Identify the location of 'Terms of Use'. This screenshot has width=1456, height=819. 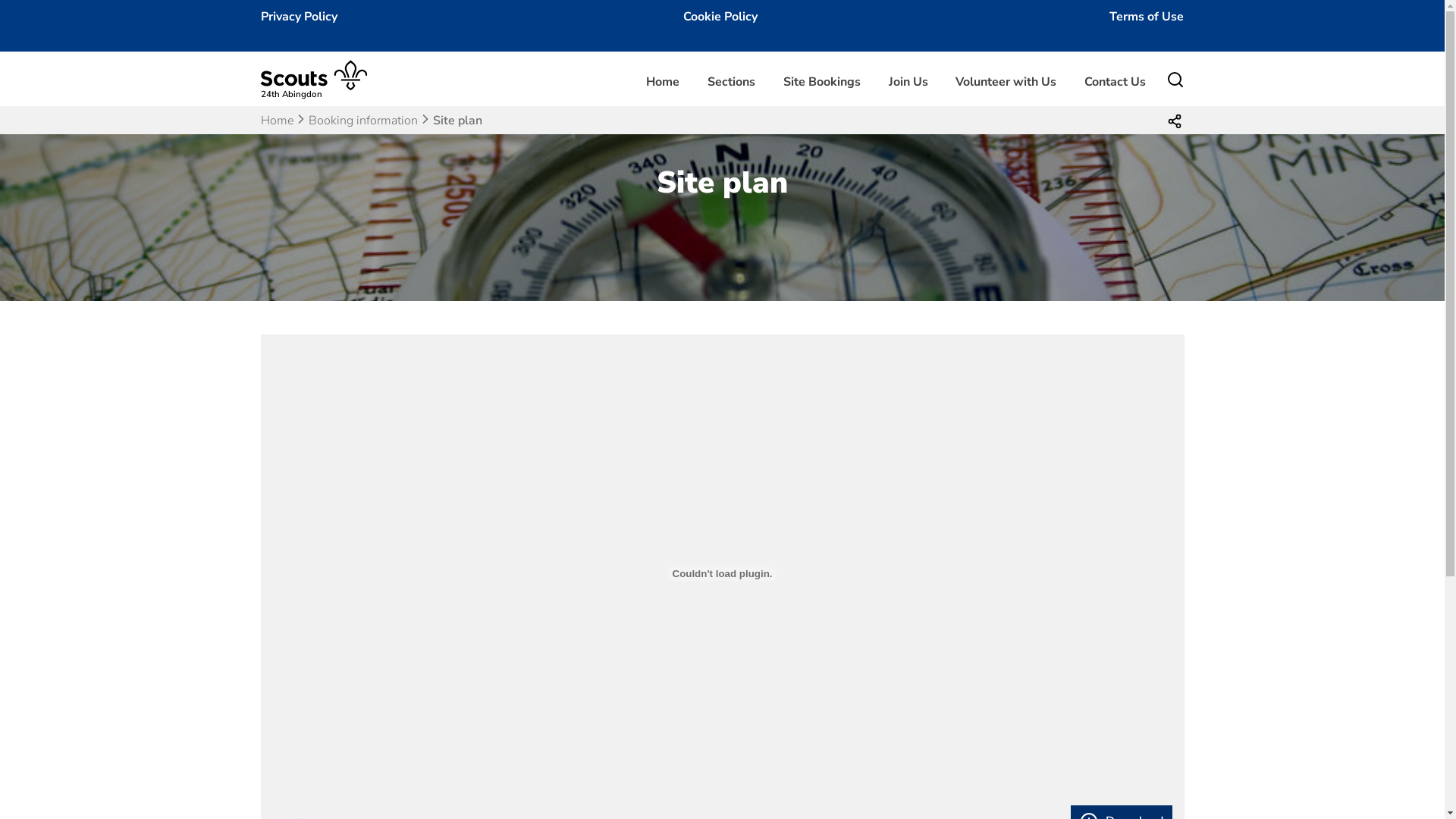
(1147, 17).